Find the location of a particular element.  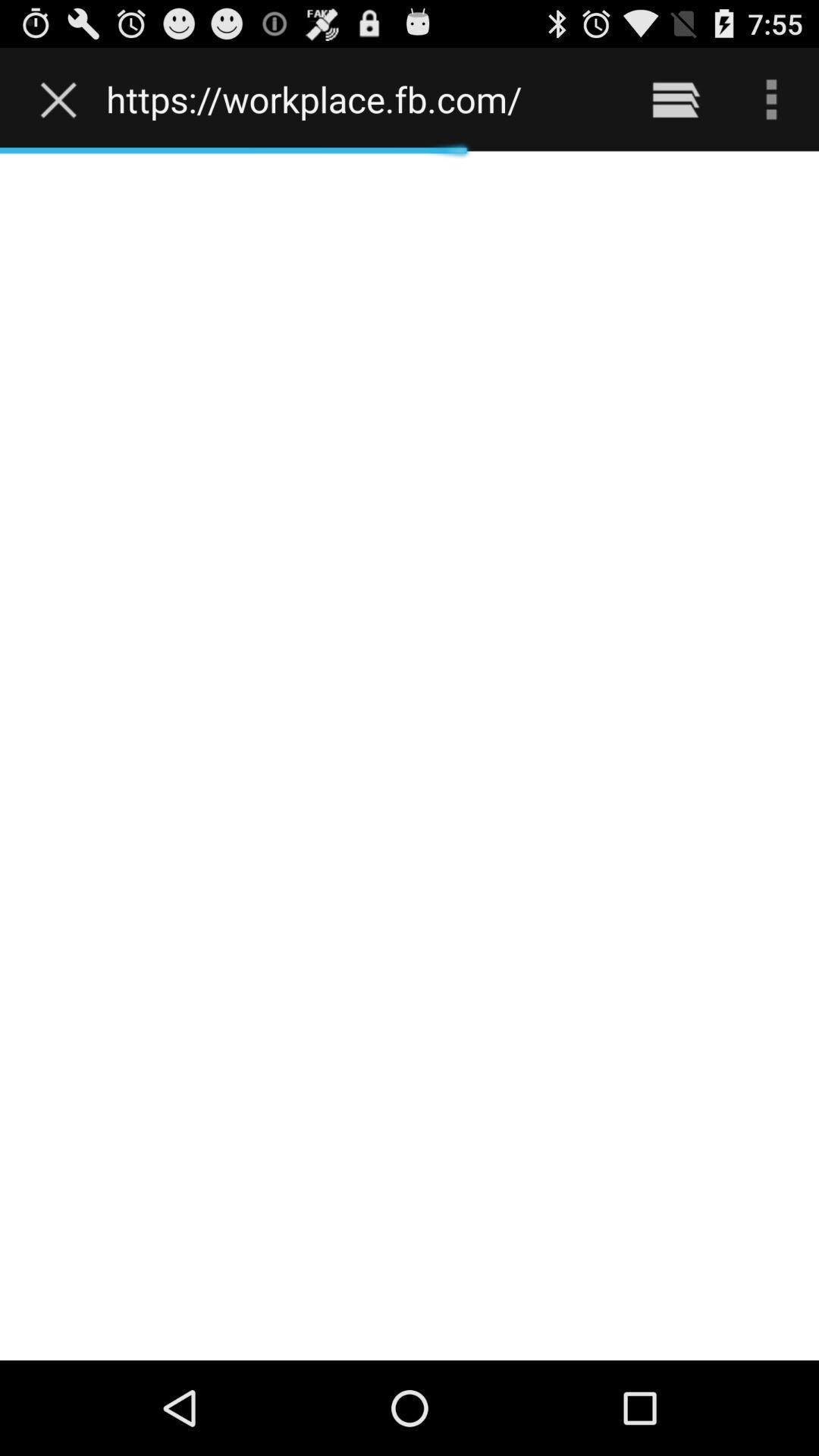

item next to https workplace fb item is located at coordinates (61, 99).